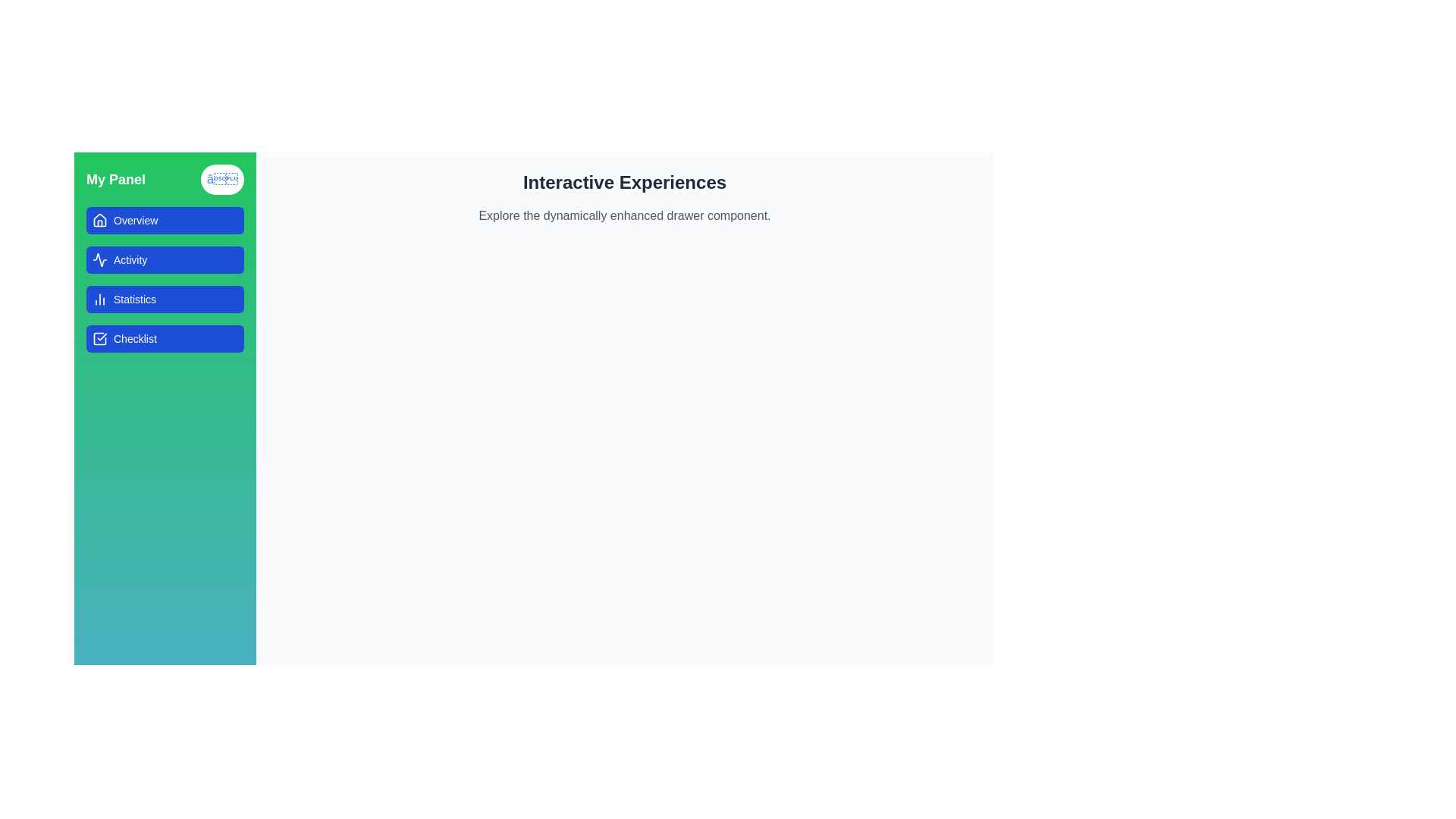 The width and height of the screenshot is (1456, 819). Describe the element at coordinates (221, 178) in the screenshot. I see `the circular button with a white background and a blue cross symbol located to the right of 'My Panel' in the green sidebar` at that location.